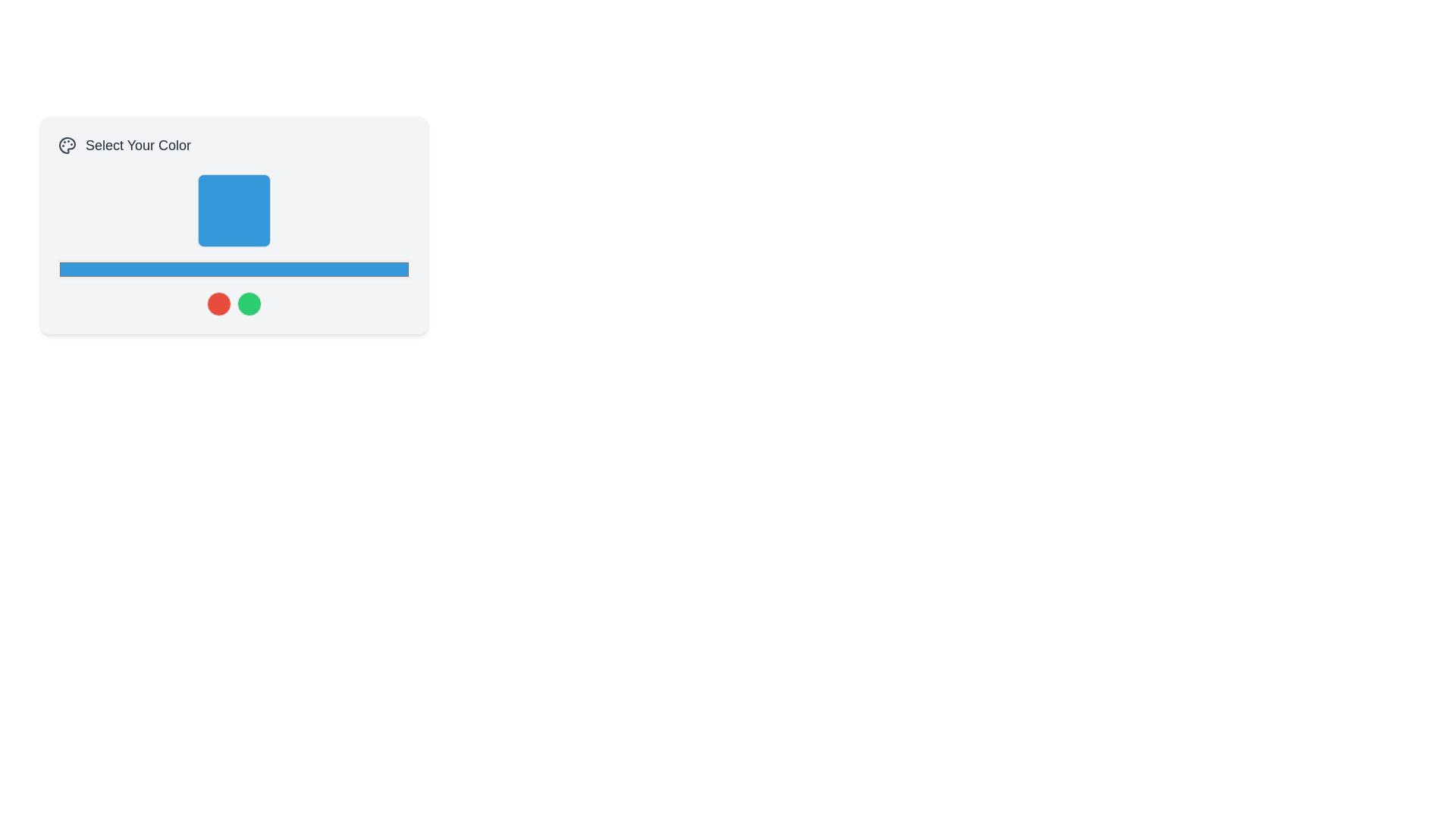  Describe the element at coordinates (67, 146) in the screenshot. I see `the painter's palette SVG icon, which is light gray and located to the left of the text 'Select Your Color'` at that location.